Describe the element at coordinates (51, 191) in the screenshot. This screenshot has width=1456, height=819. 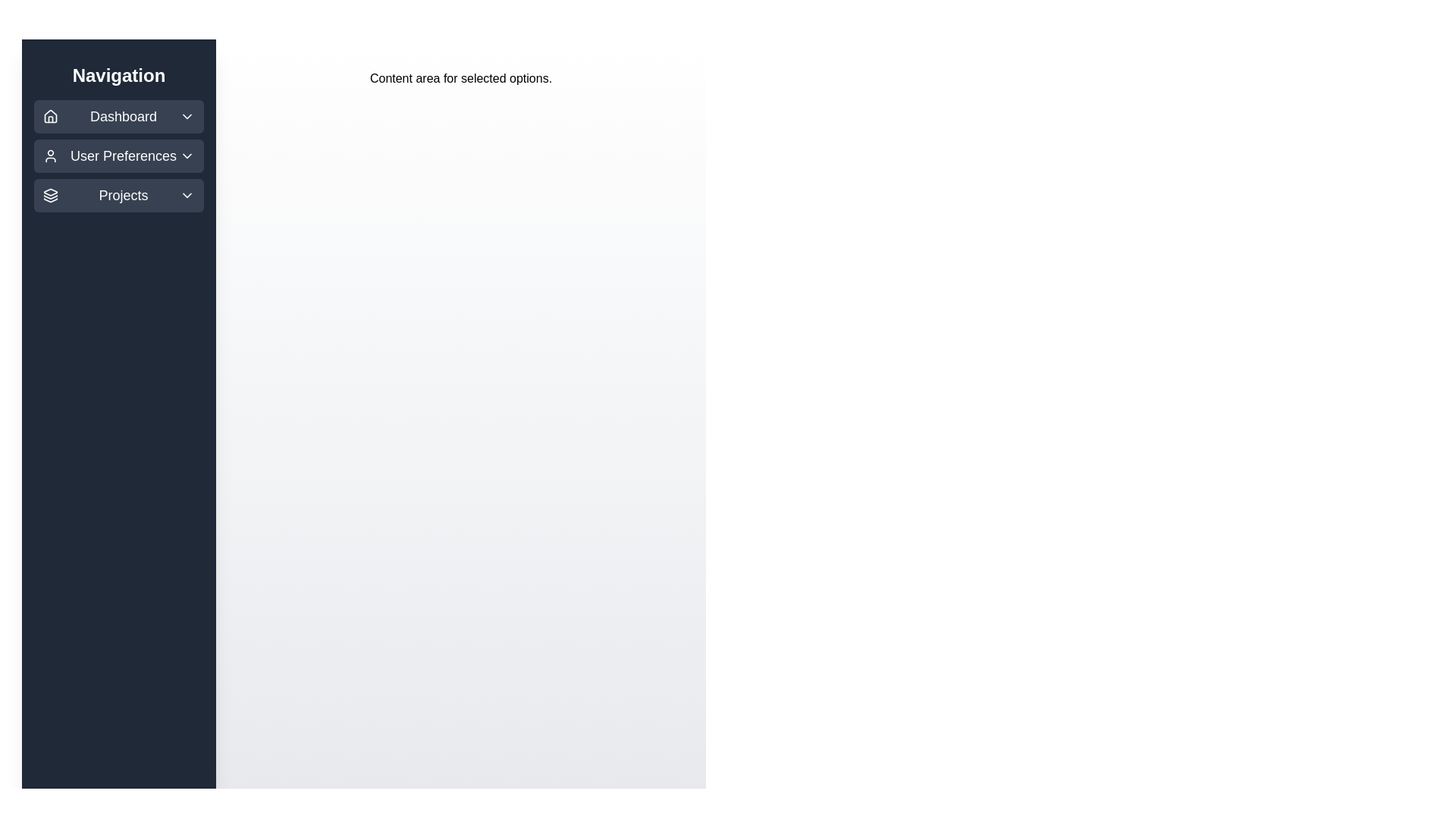
I see `the triangular layered SVG icon located in the lower part of the side navigation menu under the 'Projects' section` at that location.